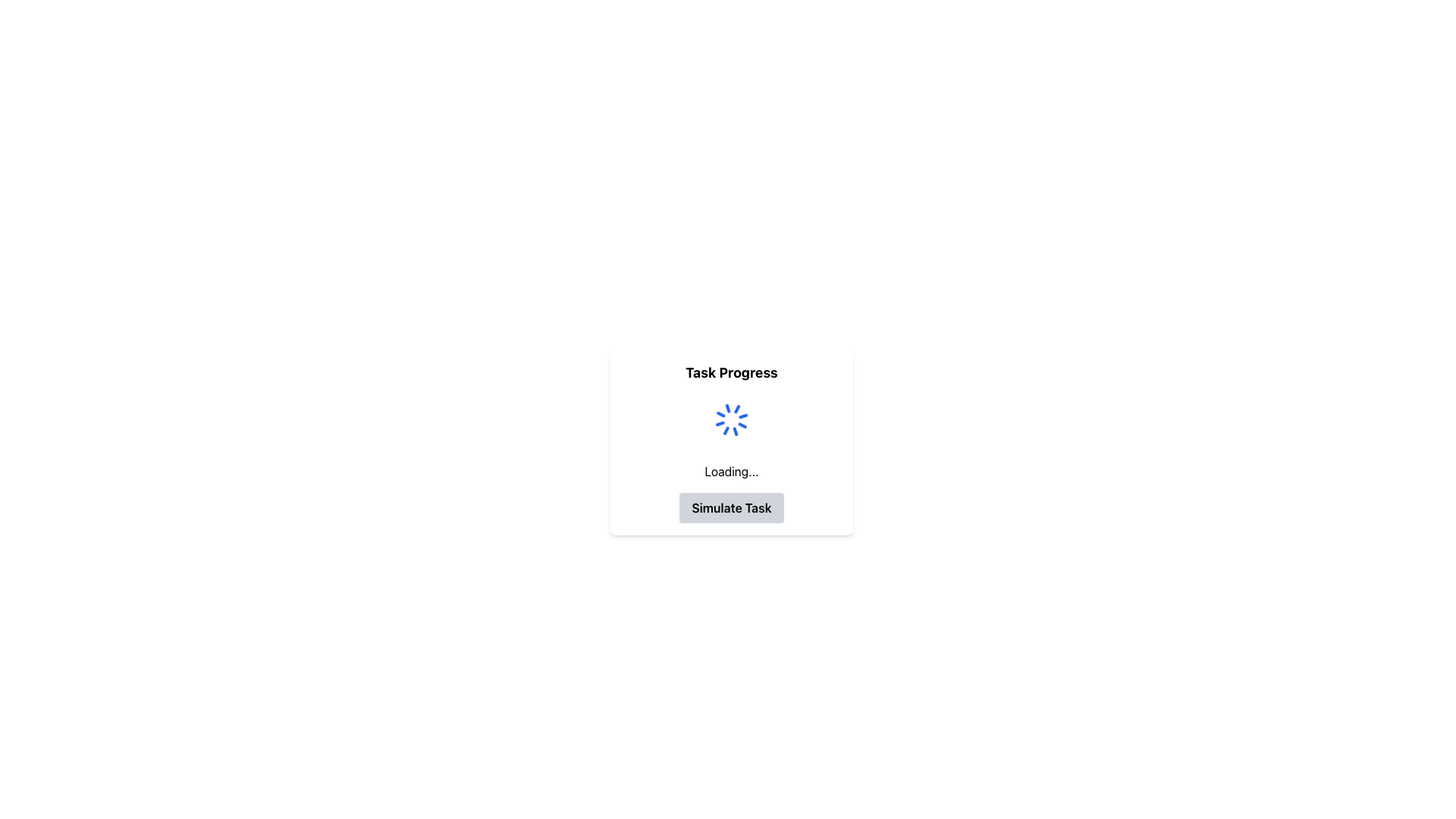 The image size is (1456, 819). I want to click on the button labeled for triggering a task simulation located at the bottom center of the 'Task Progress' card for keyboard navigation, so click(731, 508).